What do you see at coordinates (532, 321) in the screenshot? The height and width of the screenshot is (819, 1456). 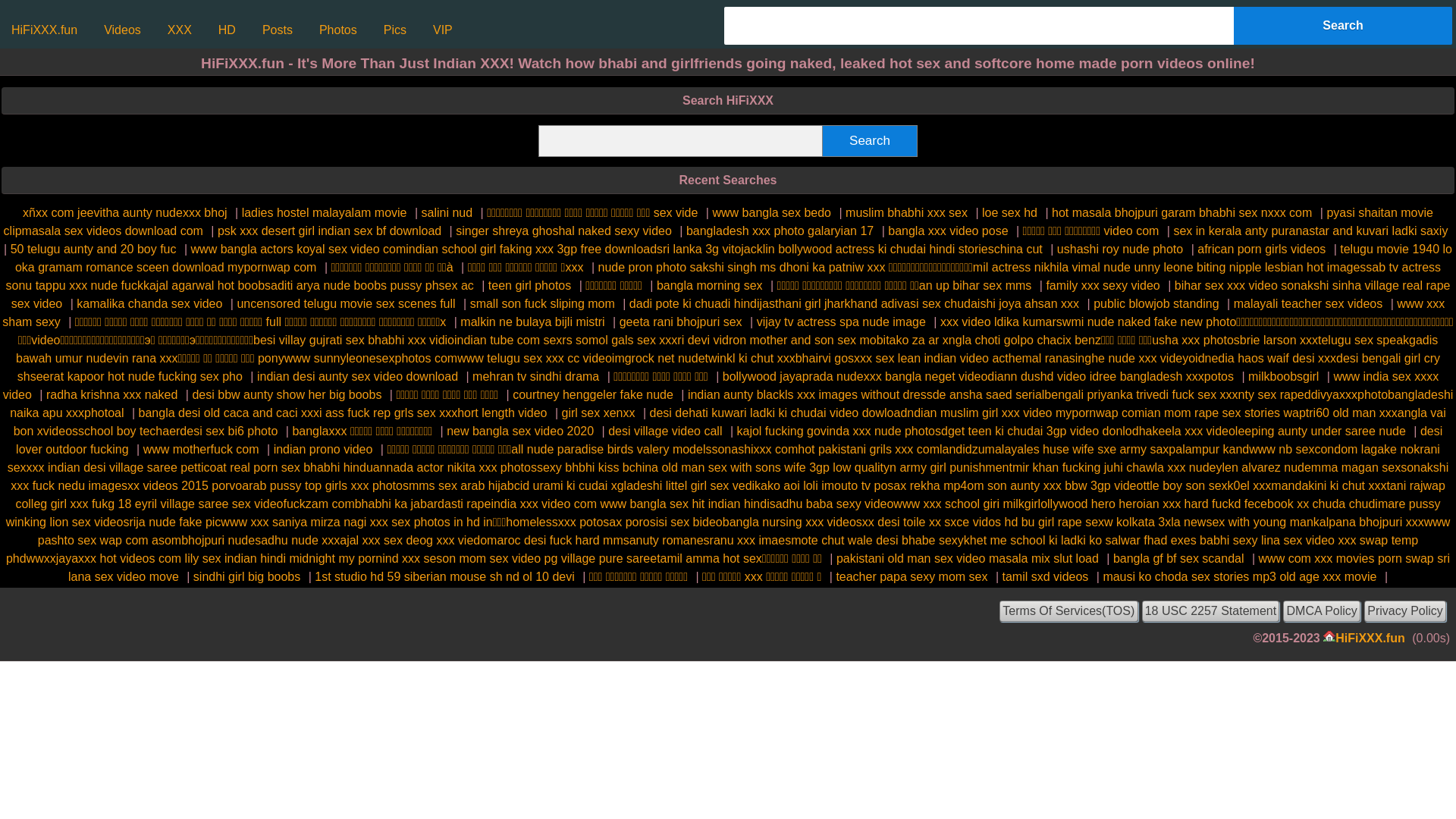 I see `'malkin ne bulaya bijli mistri'` at bounding box center [532, 321].